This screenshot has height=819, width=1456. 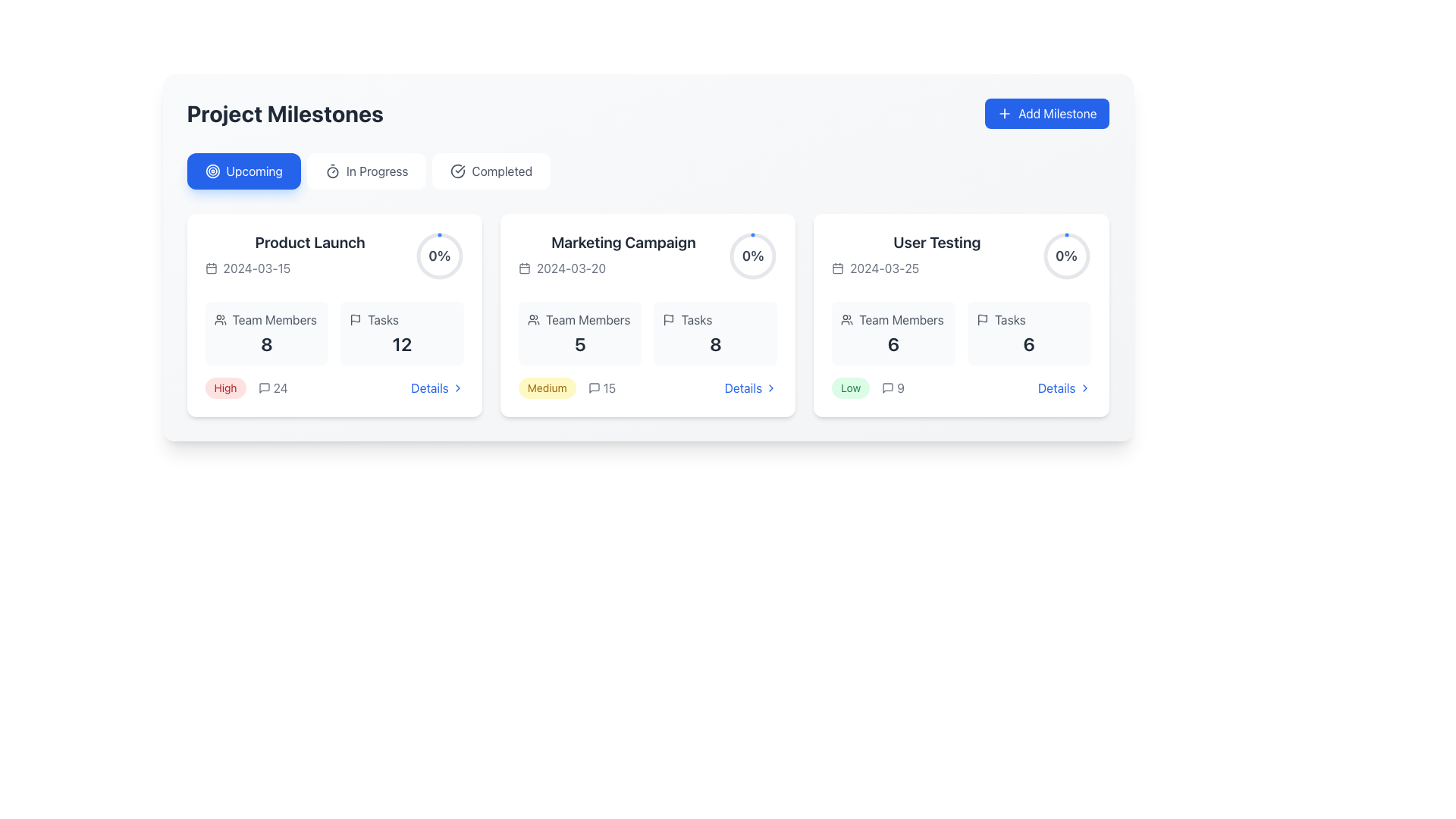 I want to click on the interactive numbers displayed under 'Team Members' and 'Tasks' in the 'Marketing Campaign' card, which shows the statistics of 5 and 8 respectively, so click(x=648, y=332).